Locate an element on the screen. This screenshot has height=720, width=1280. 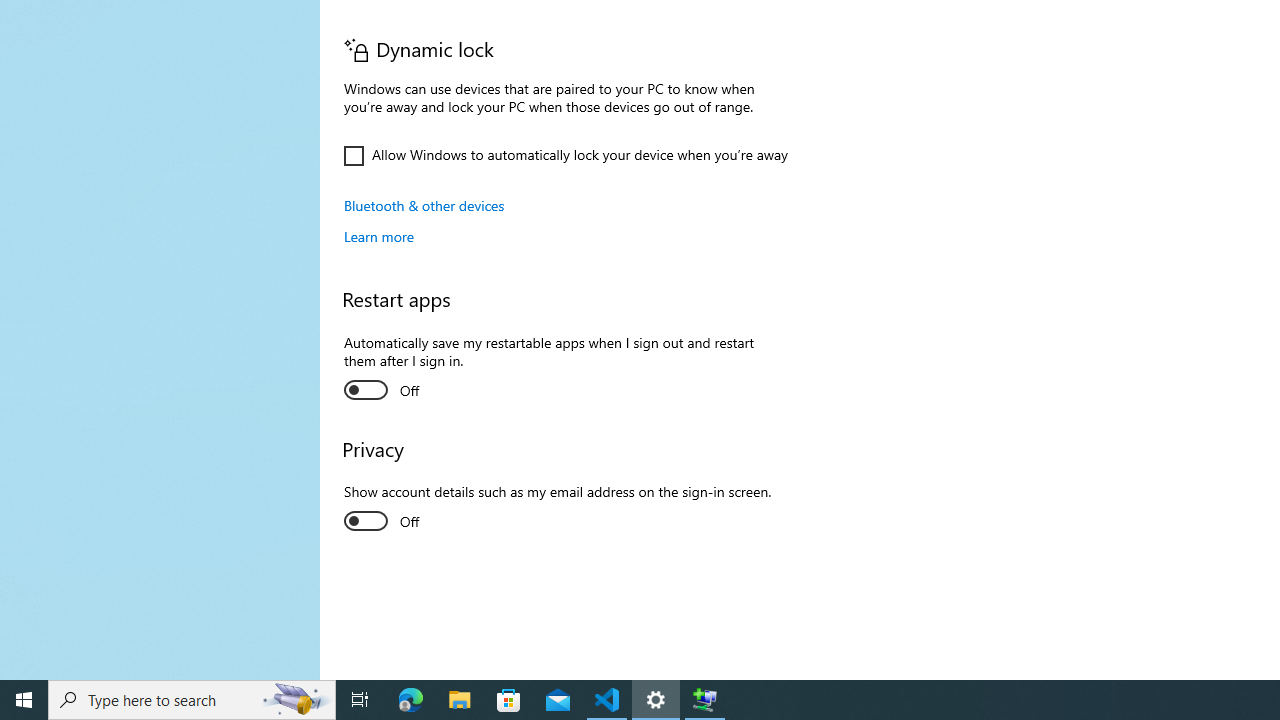
'Learn more' is located at coordinates (379, 235).